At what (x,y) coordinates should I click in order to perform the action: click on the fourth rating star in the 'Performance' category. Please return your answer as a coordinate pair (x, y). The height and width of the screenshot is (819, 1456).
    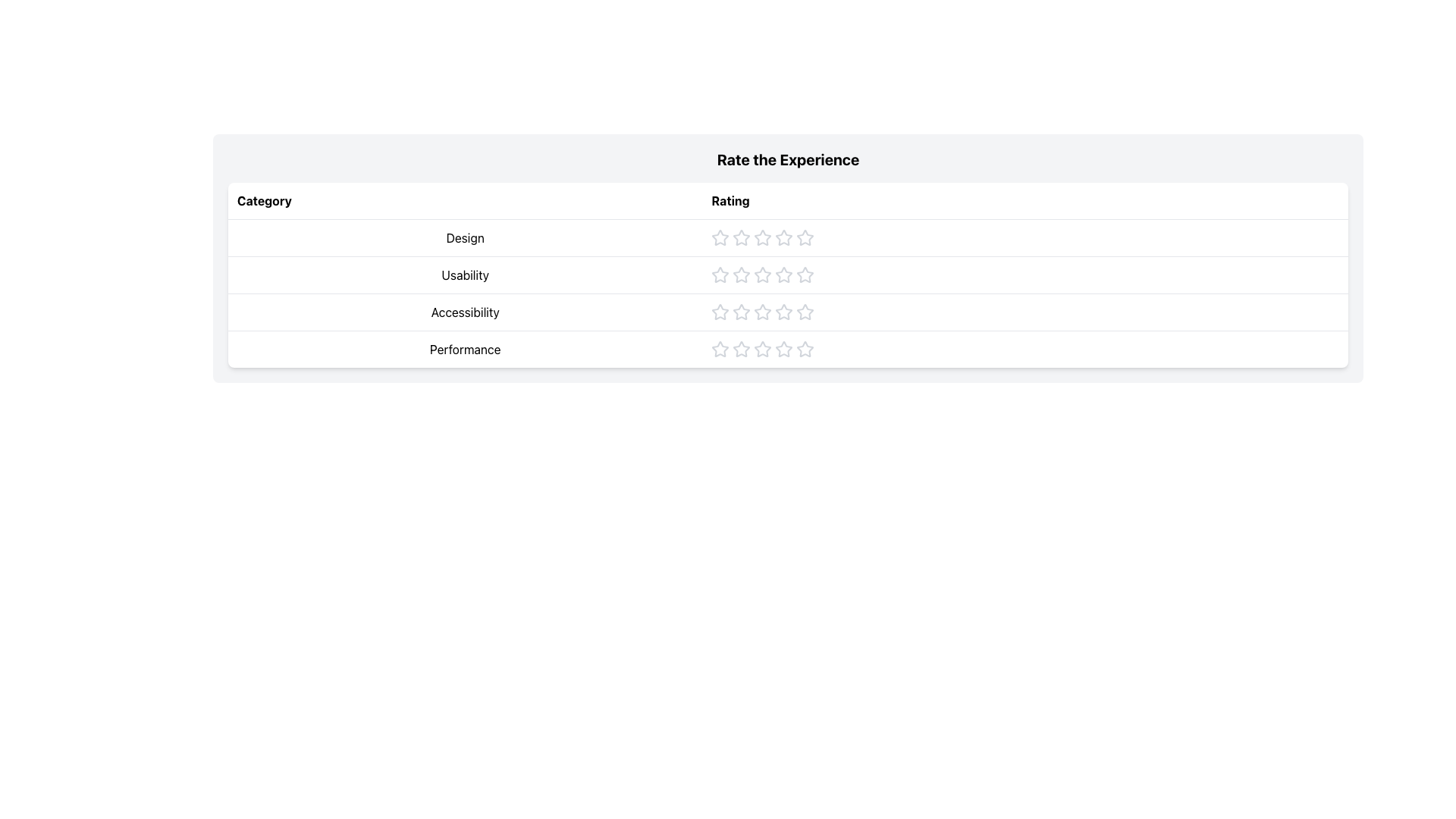
    Looking at the image, I should click on (805, 349).